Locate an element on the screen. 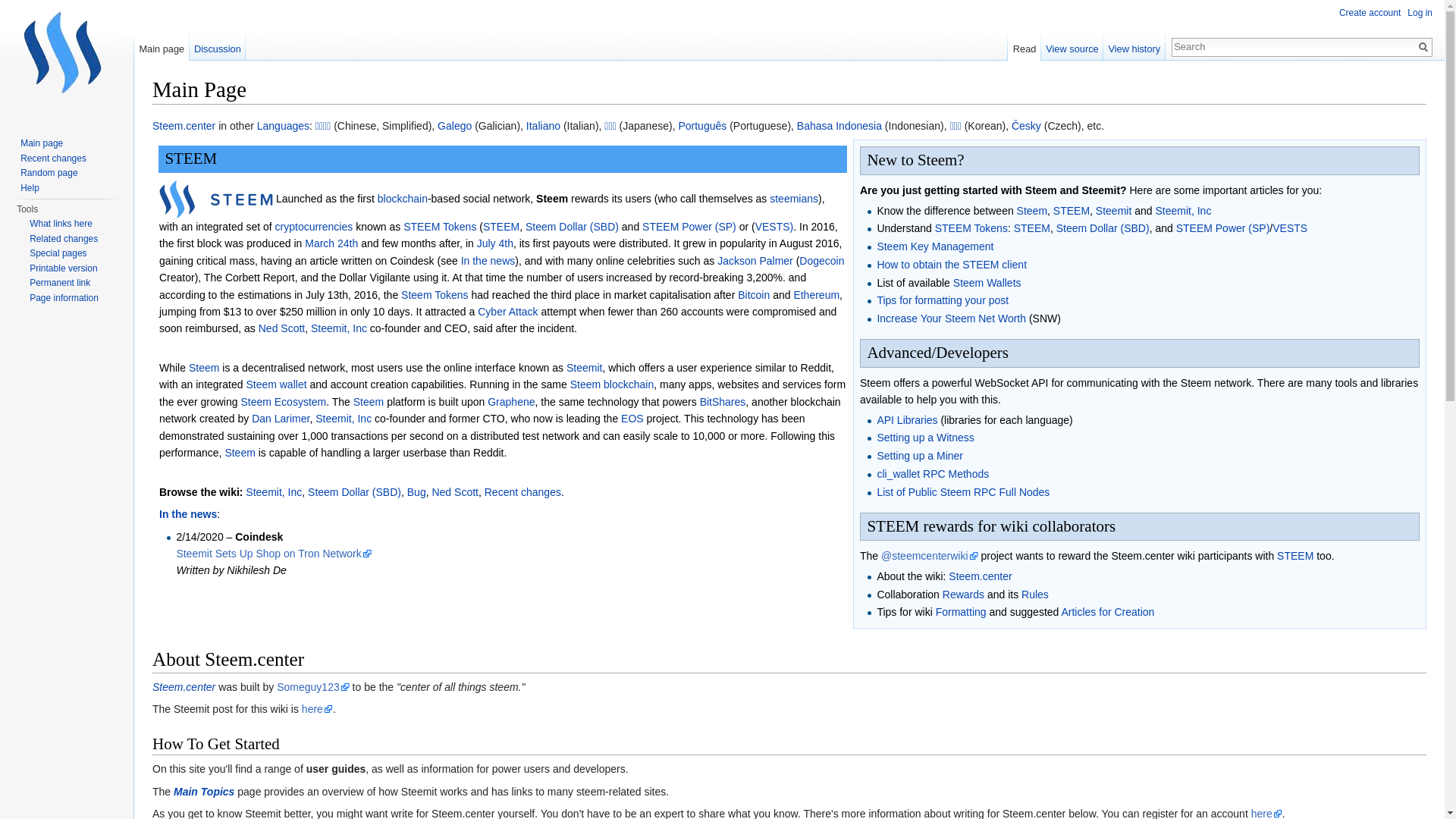  'Visit the main page' is located at coordinates (65, 60).